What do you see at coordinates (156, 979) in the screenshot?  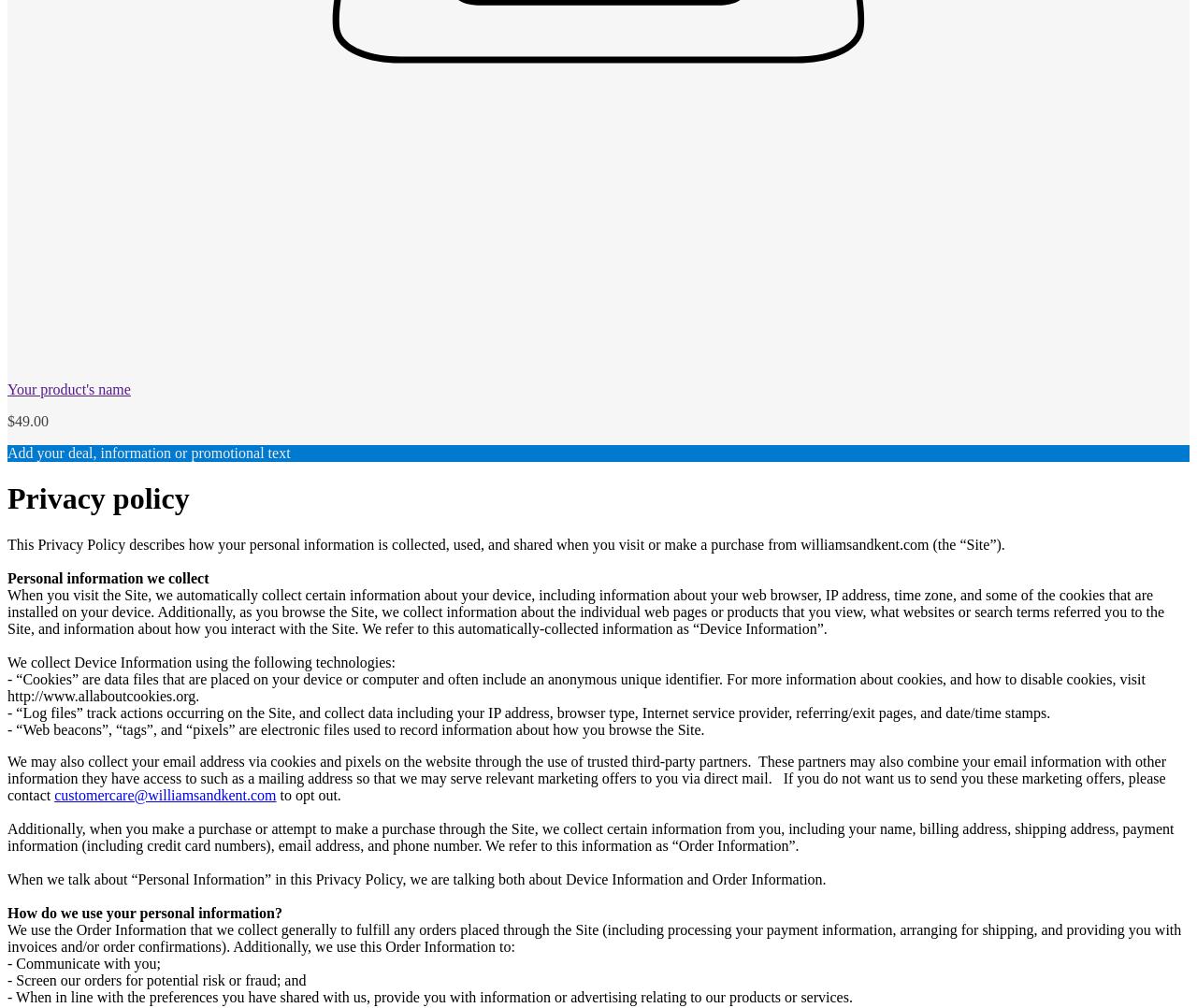 I see `'- Screen our orders for potential risk or fraud; and'` at bounding box center [156, 979].